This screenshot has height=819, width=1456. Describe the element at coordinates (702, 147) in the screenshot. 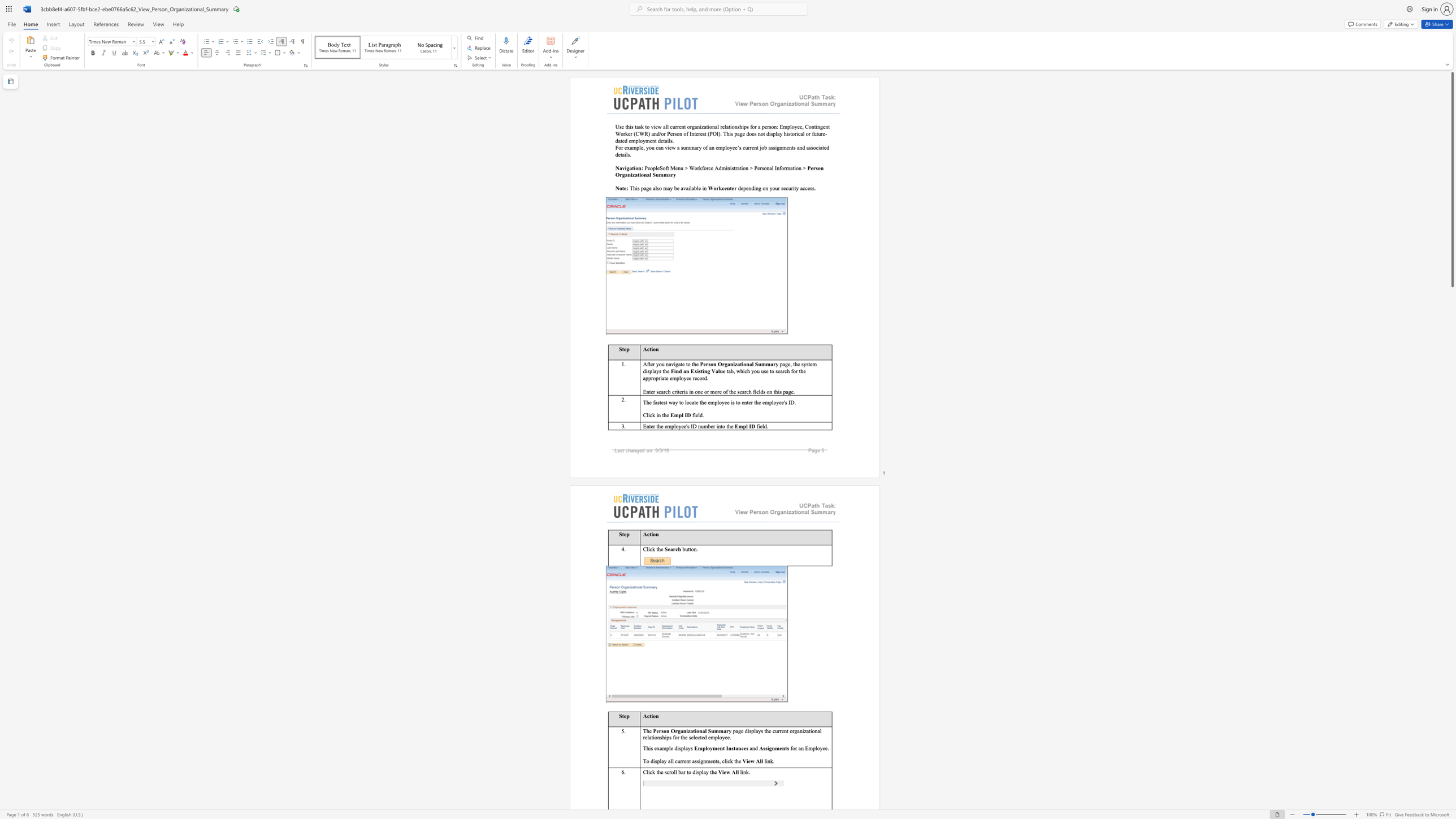

I see `the subset text "of an emplo" within the text "For example, you can view a summary of an employee’s current job assignments and associated details."` at that location.